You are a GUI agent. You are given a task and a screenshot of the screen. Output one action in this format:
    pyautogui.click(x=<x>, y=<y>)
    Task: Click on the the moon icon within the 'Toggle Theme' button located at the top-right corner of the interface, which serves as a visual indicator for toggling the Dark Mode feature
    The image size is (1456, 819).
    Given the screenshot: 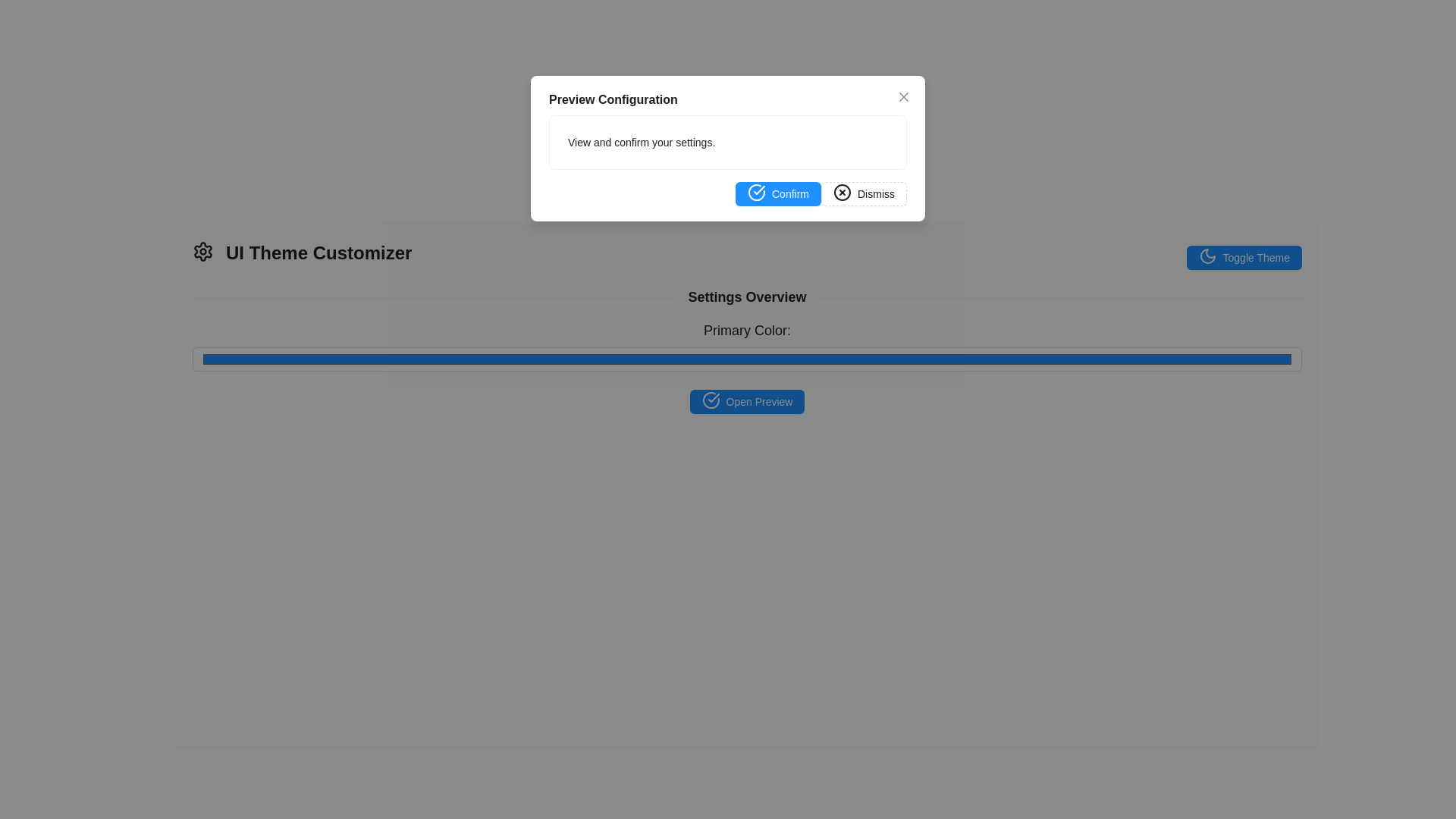 What is the action you would take?
    pyautogui.click(x=1207, y=255)
    